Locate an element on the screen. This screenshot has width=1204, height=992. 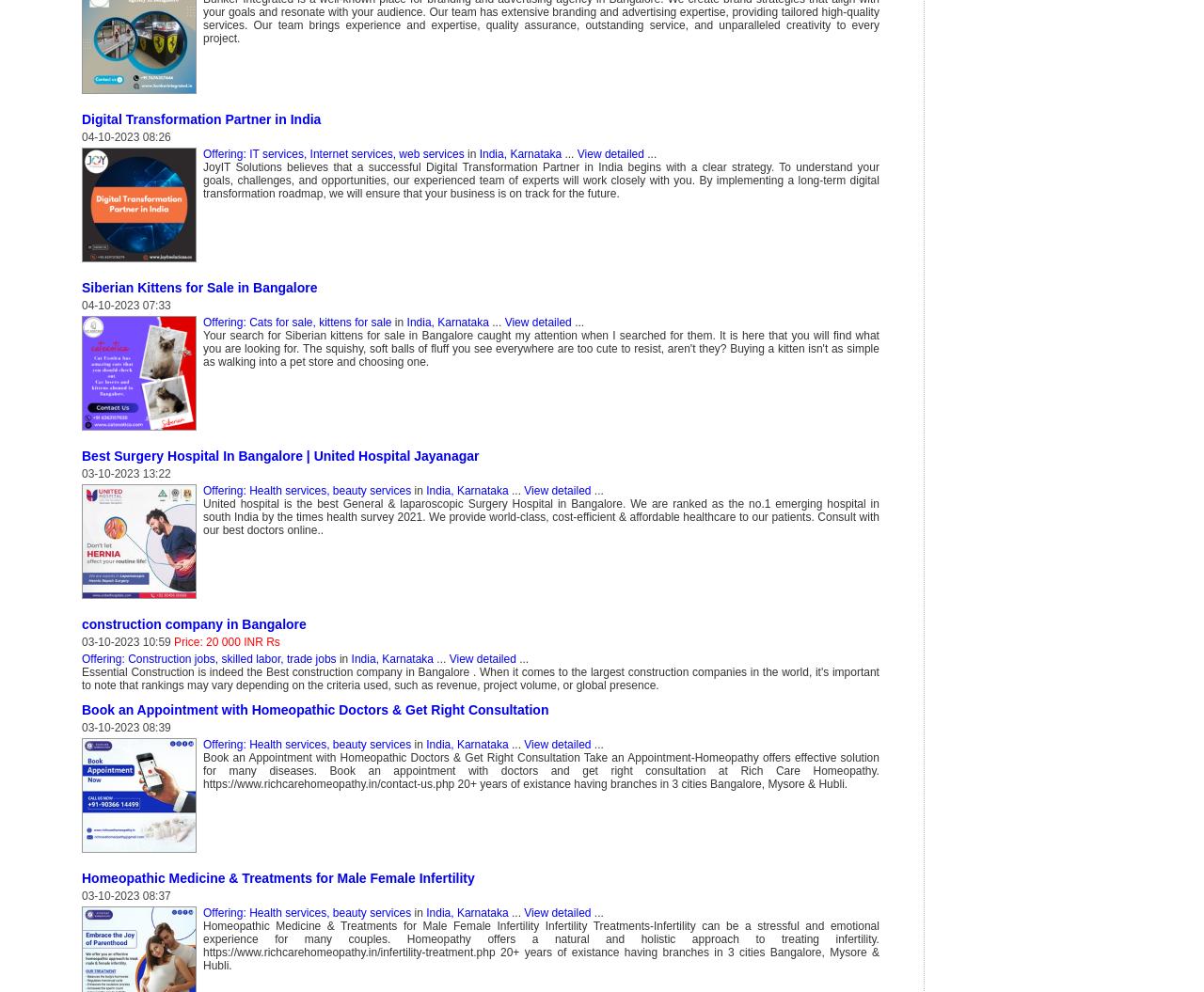
'construction company in Bangalore' is located at coordinates (81, 622).